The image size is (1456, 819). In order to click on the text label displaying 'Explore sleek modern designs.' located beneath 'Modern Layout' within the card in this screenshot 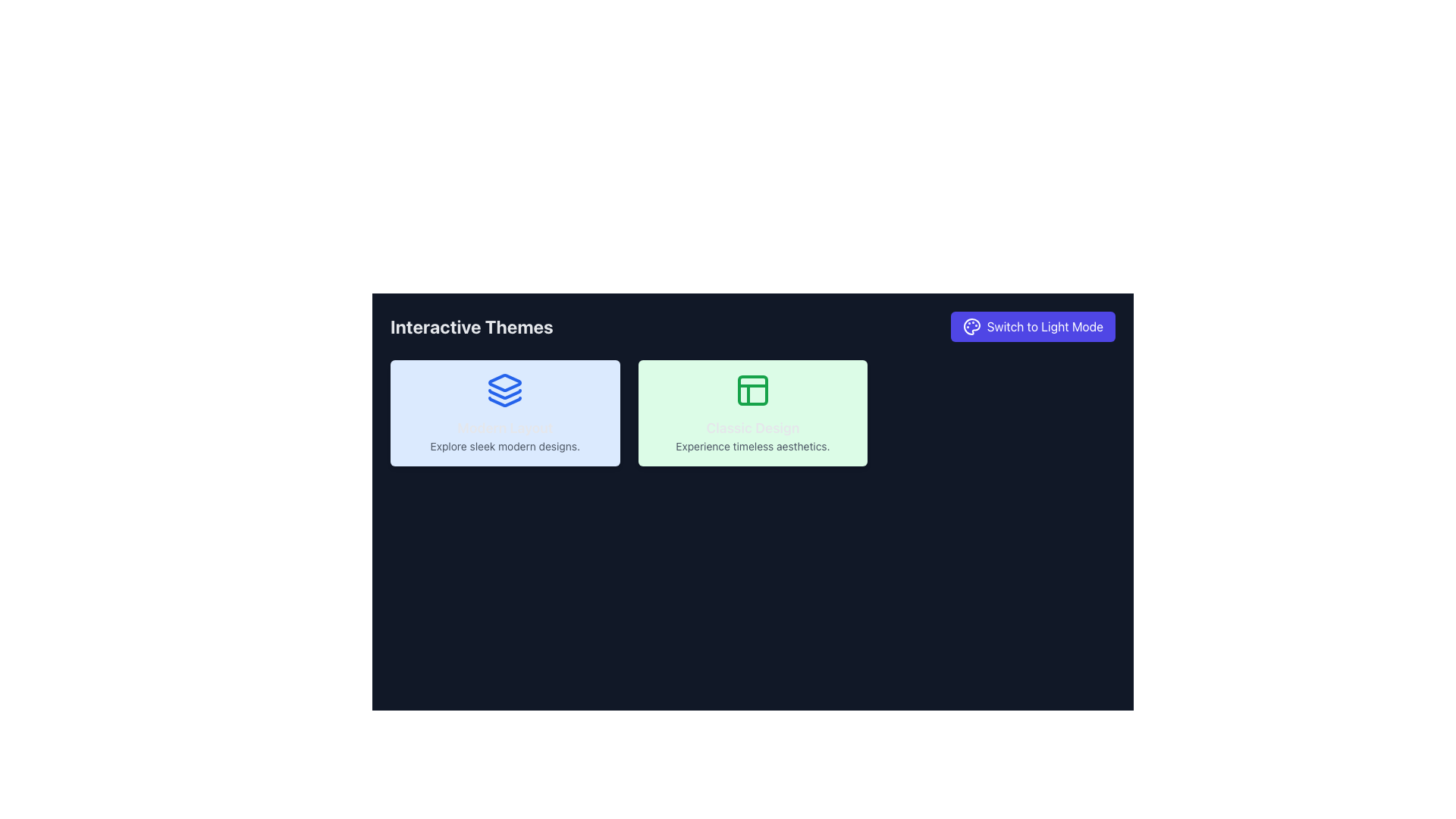, I will do `click(505, 446)`.